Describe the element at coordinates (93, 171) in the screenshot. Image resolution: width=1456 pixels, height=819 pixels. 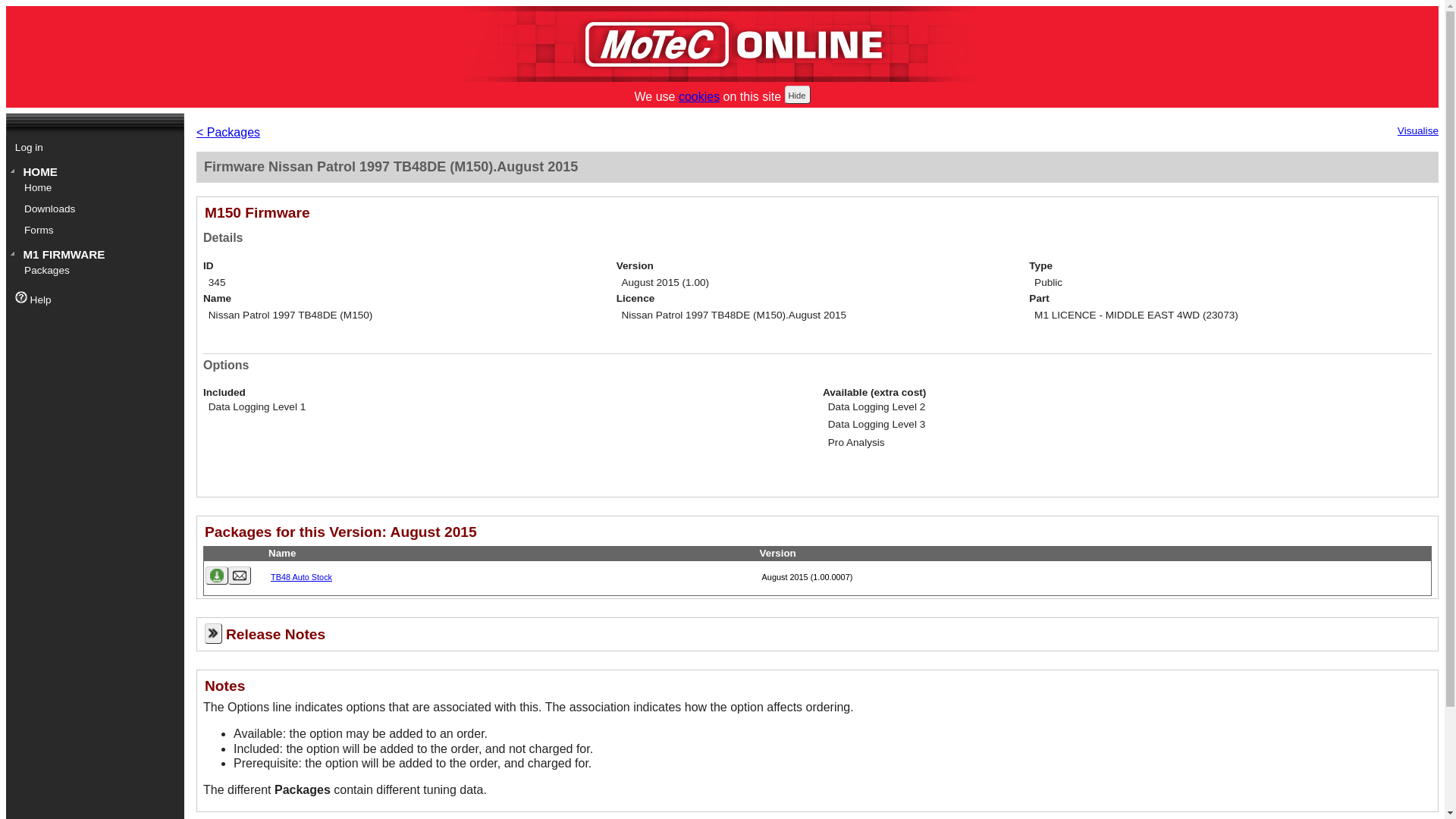
I see `'HOME'` at that location.